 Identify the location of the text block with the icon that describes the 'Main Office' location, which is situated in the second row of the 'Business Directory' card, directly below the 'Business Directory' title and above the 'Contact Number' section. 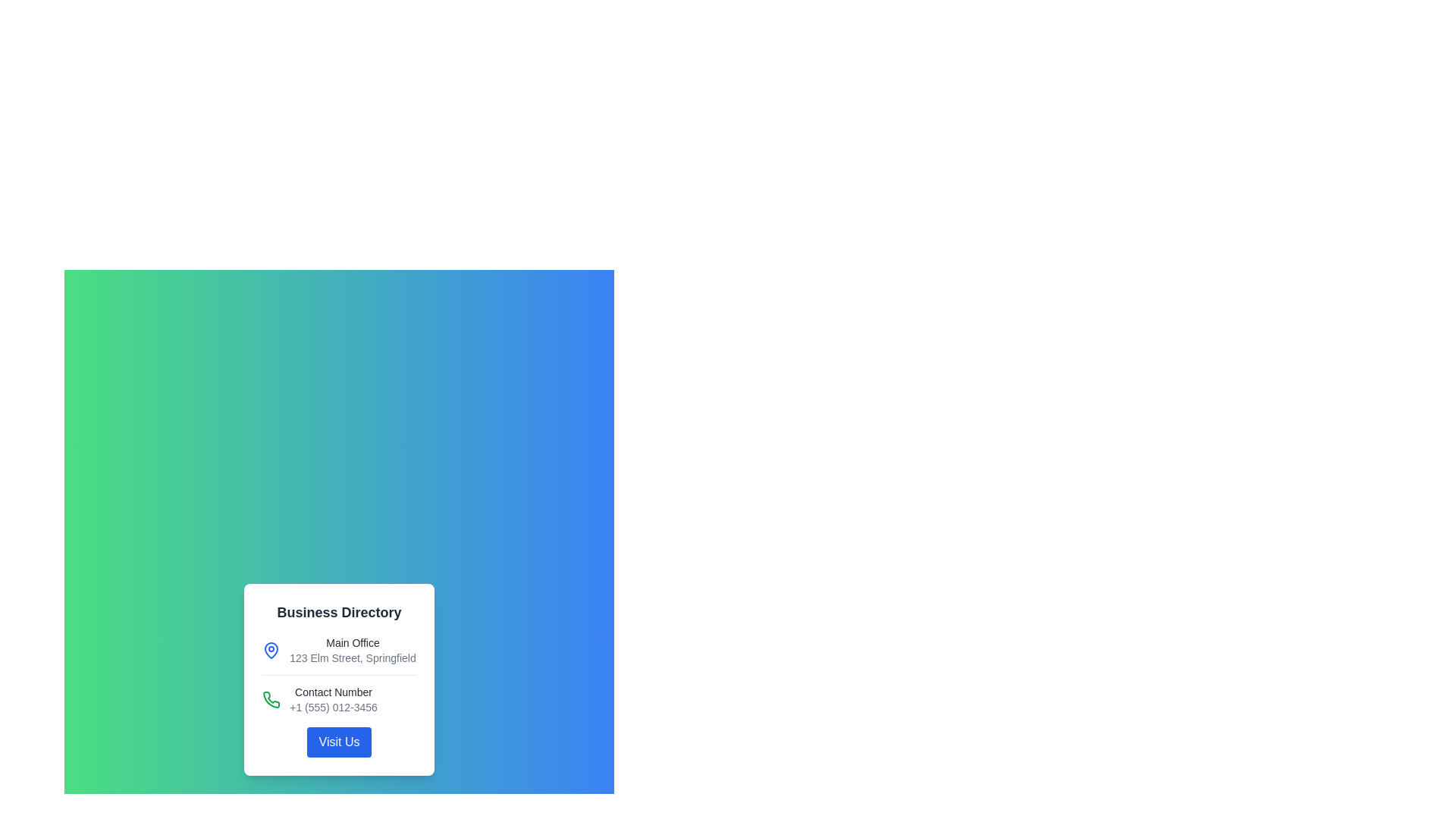
(338, 654).